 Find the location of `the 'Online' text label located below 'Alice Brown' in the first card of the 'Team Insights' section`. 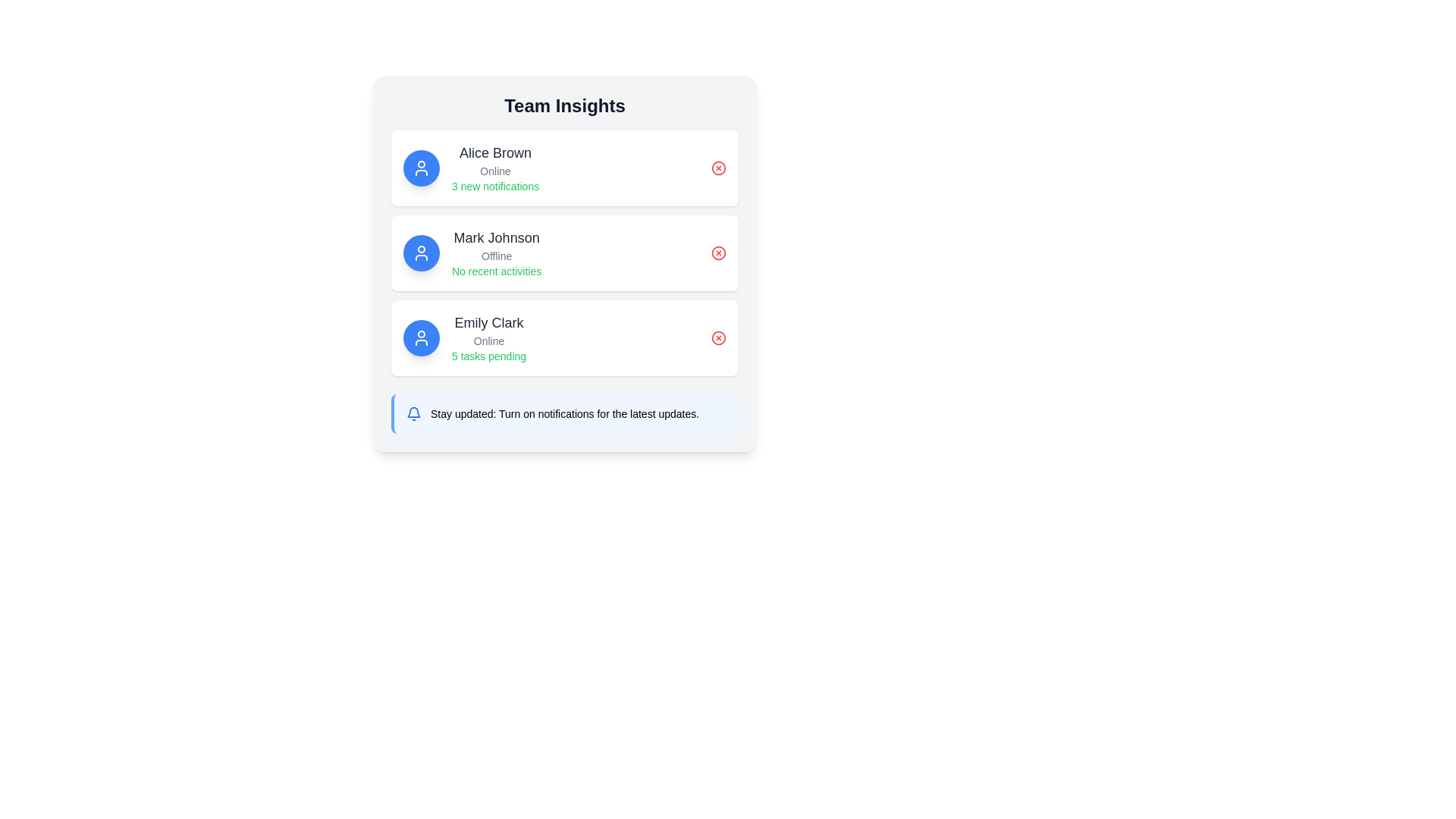

the 'Online' text label located below 'Alice Brown' in the first card of the 'Team Insights' section is located at coordinates (495, 171).